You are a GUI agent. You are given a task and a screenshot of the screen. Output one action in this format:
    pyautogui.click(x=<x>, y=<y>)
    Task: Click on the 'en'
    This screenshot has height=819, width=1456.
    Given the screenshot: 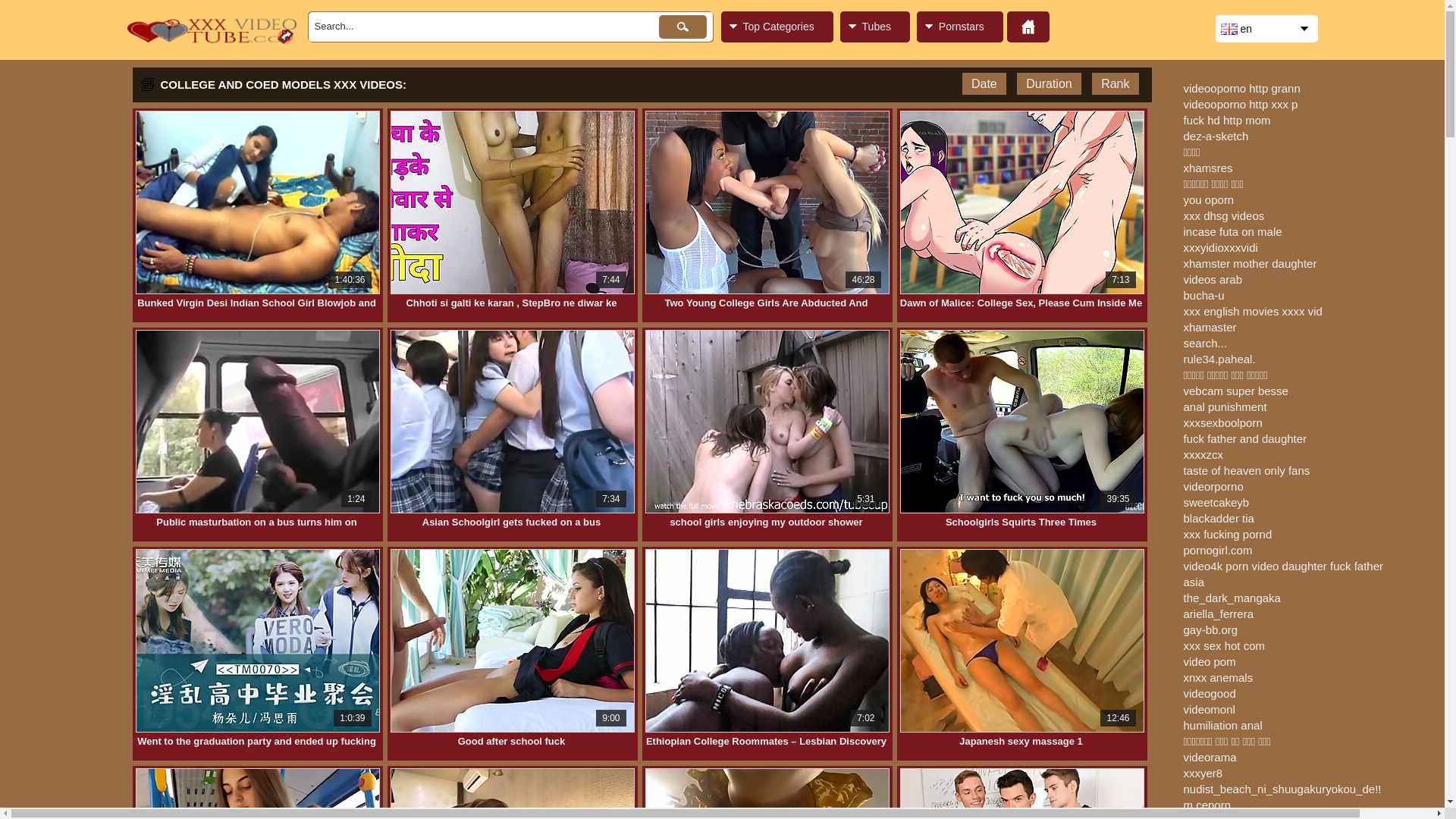 What is the action you would take?
    pyautogui.click(x=1266, y=29)
    